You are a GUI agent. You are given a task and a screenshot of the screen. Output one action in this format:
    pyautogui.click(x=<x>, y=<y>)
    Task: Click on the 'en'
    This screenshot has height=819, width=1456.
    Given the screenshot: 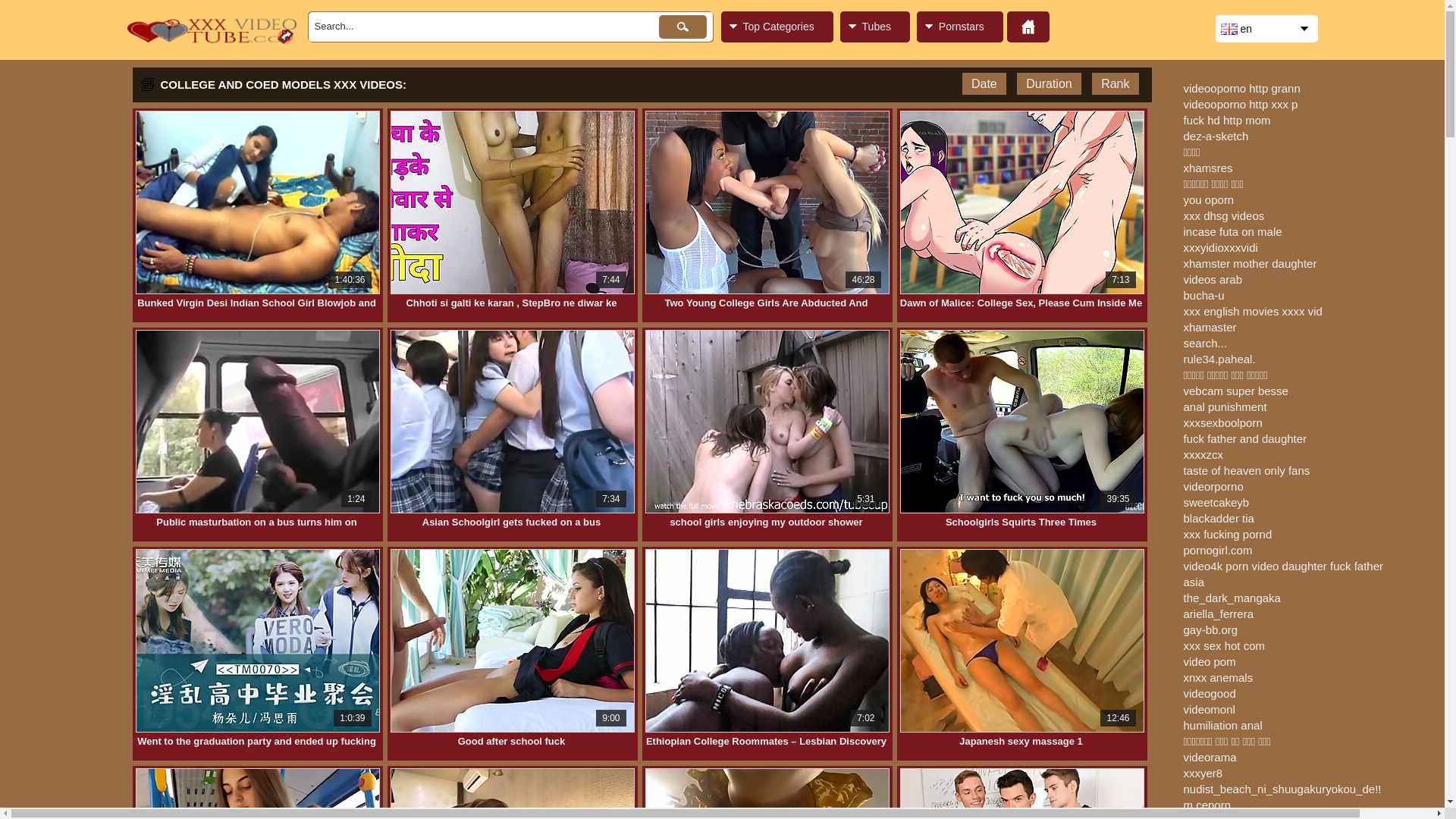 What is the action you would take?
    pyautogui.click(x=1266, y=29)
    